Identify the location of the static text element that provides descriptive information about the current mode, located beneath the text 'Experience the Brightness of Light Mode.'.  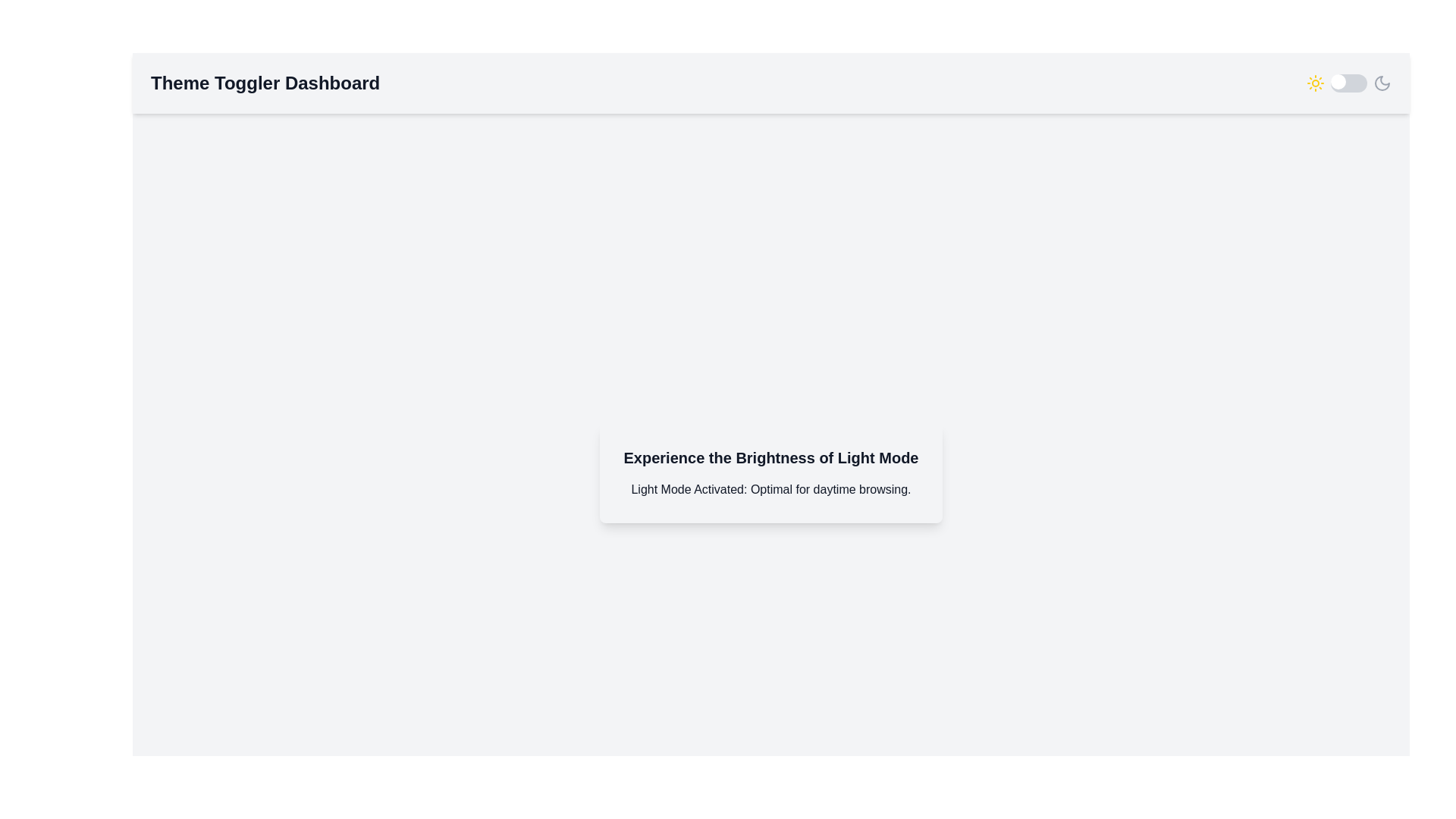
(771, 489).